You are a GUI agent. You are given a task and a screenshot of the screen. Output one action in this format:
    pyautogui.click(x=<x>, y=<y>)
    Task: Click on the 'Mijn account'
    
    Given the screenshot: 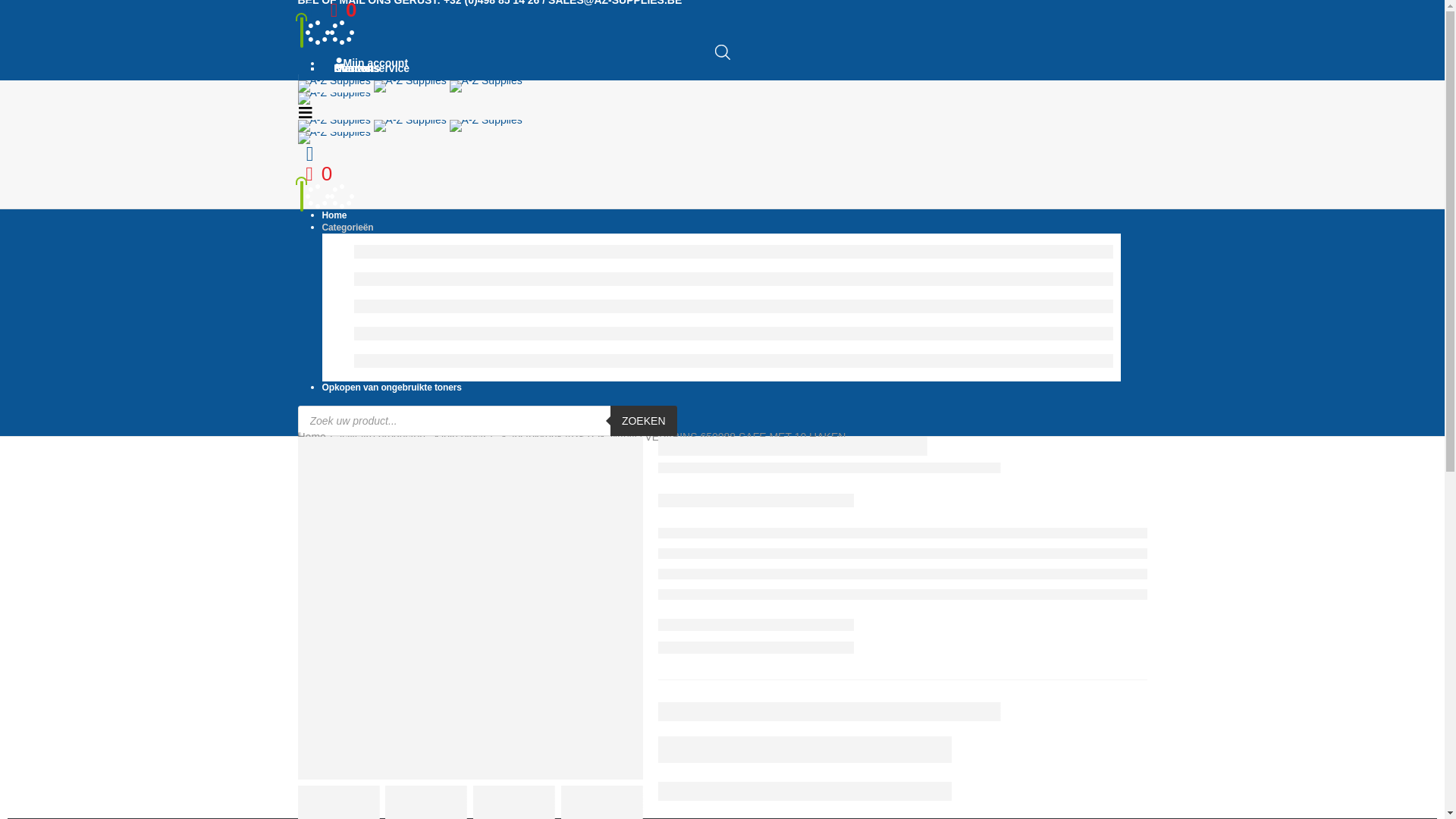 What is the action you would take?
    pyautogui.click(x=309, y=154)
    